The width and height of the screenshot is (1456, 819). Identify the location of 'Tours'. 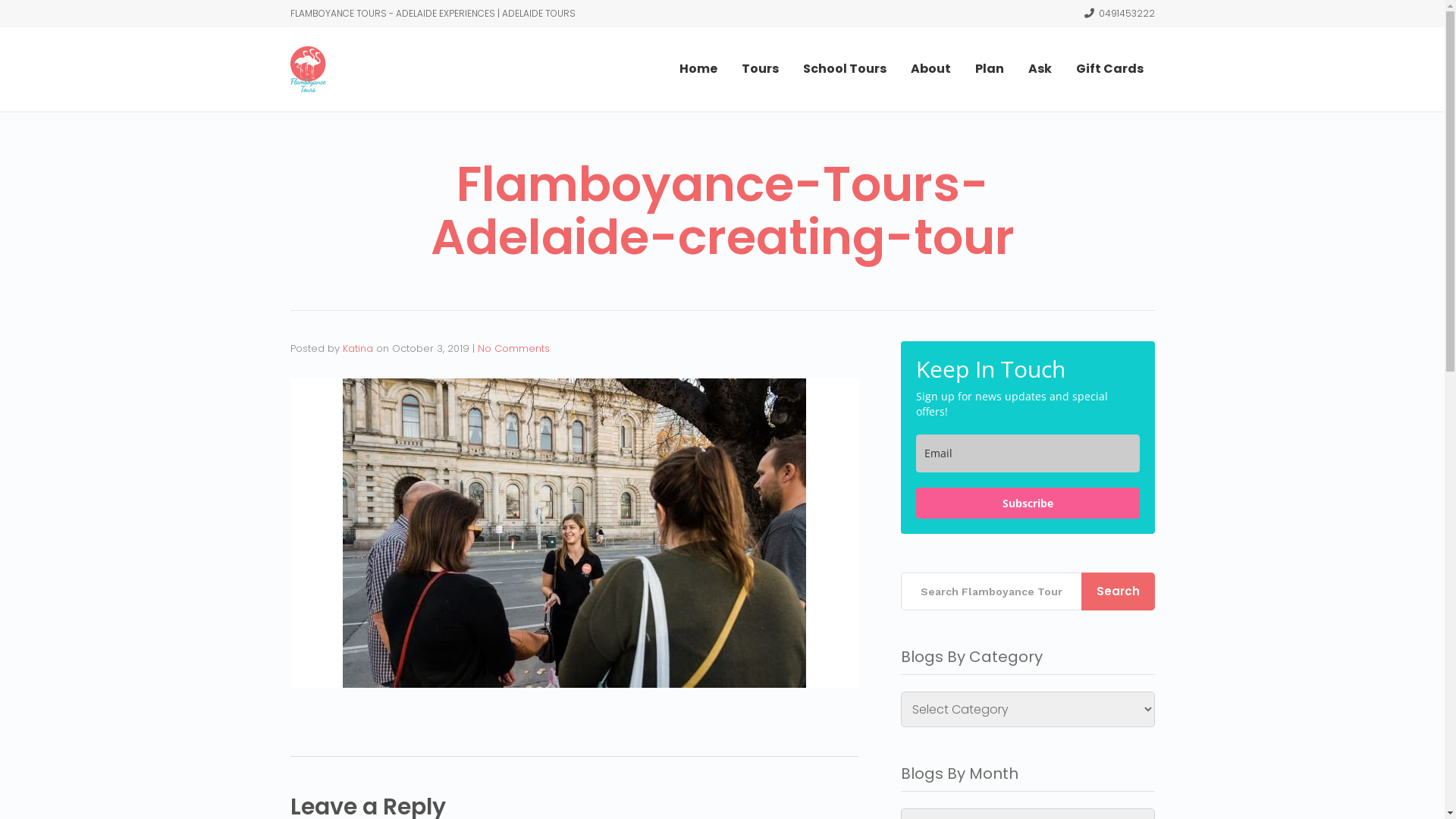
(760, 69).